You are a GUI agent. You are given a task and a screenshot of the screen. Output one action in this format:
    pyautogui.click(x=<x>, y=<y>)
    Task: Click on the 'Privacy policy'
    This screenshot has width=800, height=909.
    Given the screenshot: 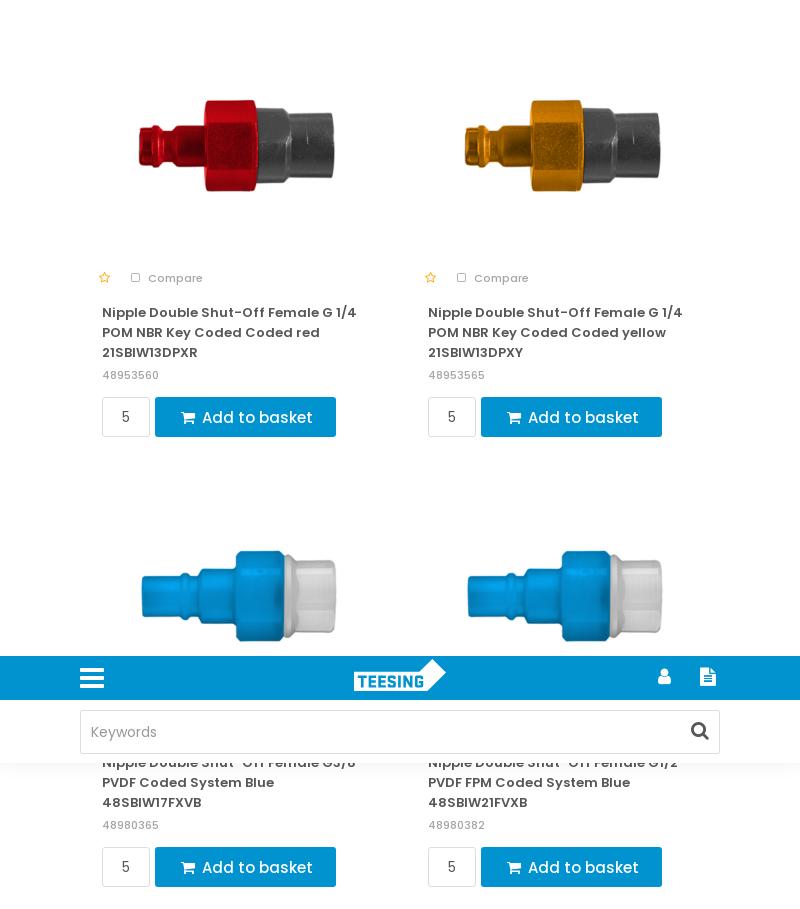 What is the action you would take?
    pyautogui.click(x=136, y=92)
    